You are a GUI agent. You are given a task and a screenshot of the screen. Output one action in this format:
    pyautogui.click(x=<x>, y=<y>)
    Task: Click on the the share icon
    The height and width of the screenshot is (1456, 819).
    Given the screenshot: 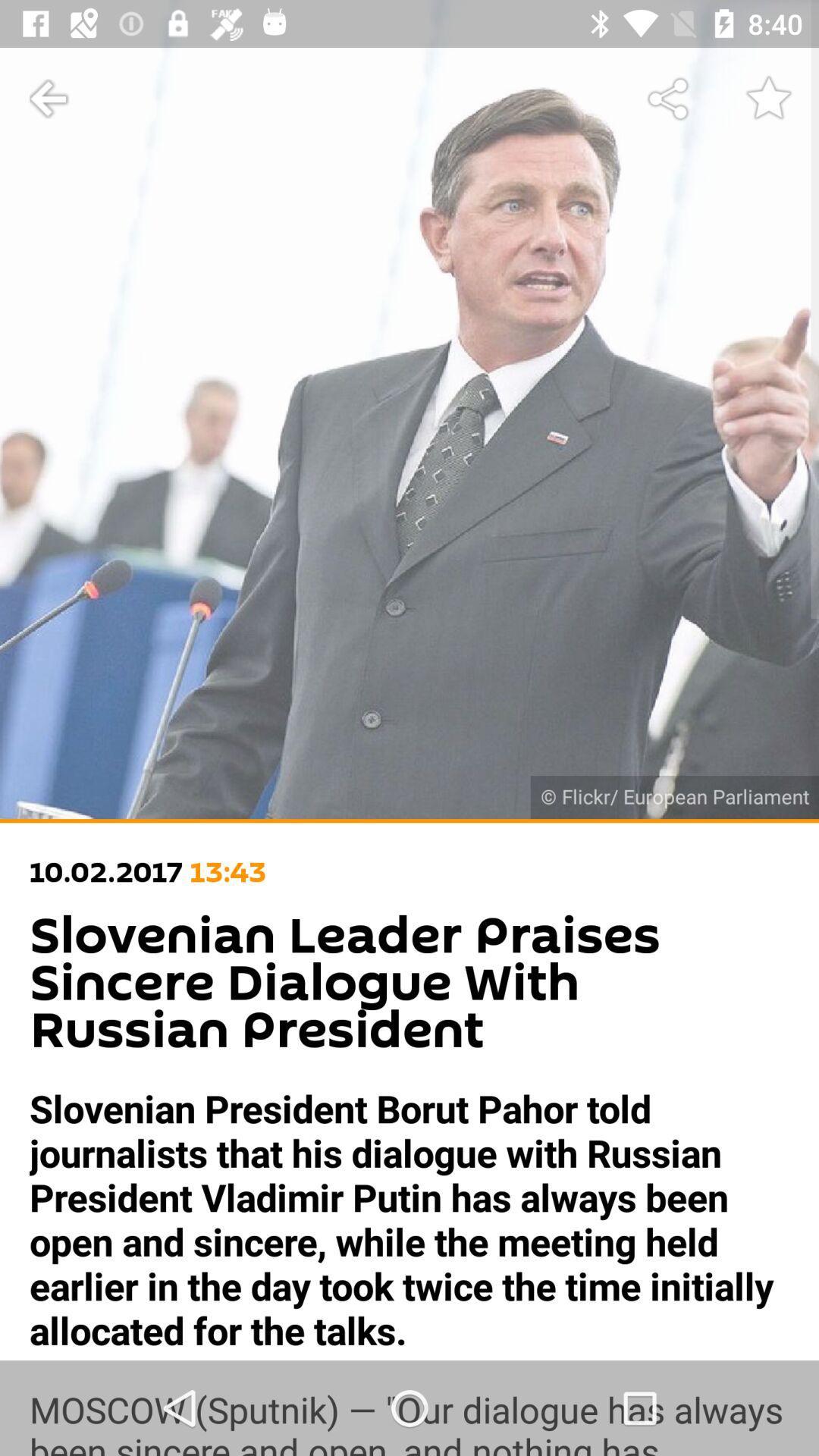 What is the action you would take?
    pyautogui.click(x=669, y=99)
    